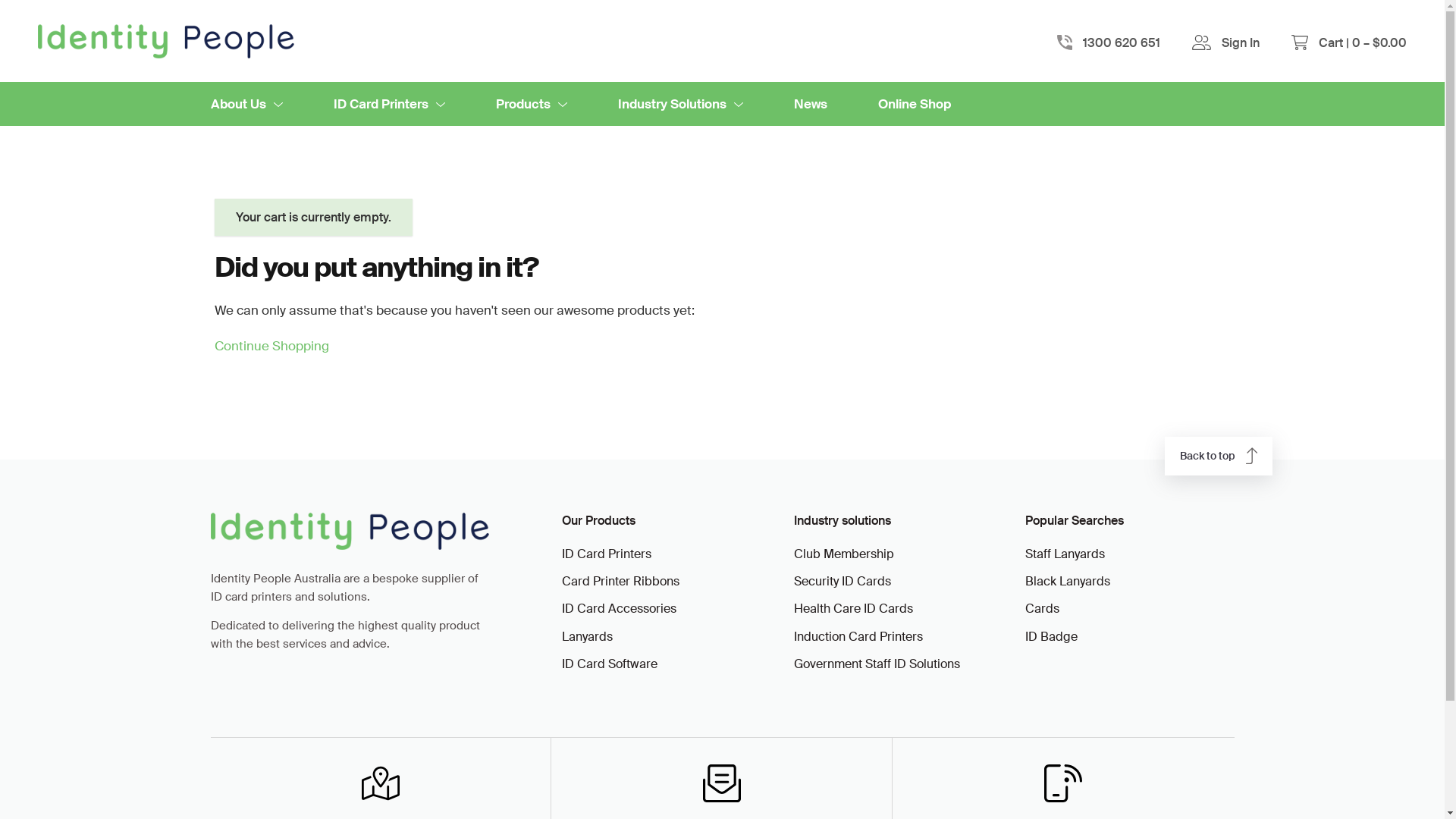 This screenshot has height=819, width=1456. What do you see at coordinates (895, 663) in the screenshot?
I see `'Government Staff ID Solutions'` at bounding box center [895, 663].